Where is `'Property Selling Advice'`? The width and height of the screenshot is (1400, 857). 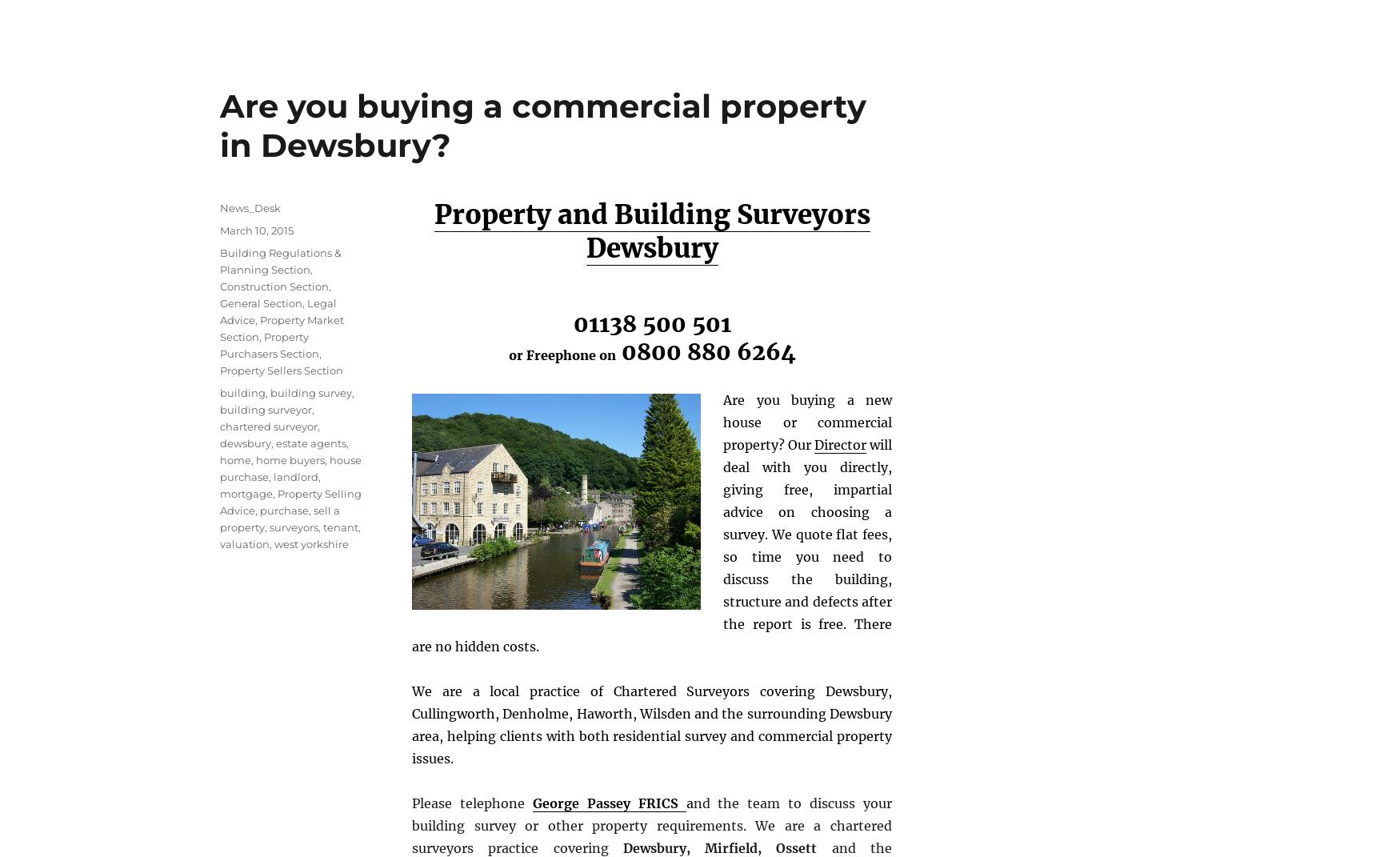 'Property Selling Advice' is located at coordinates (290, 500).